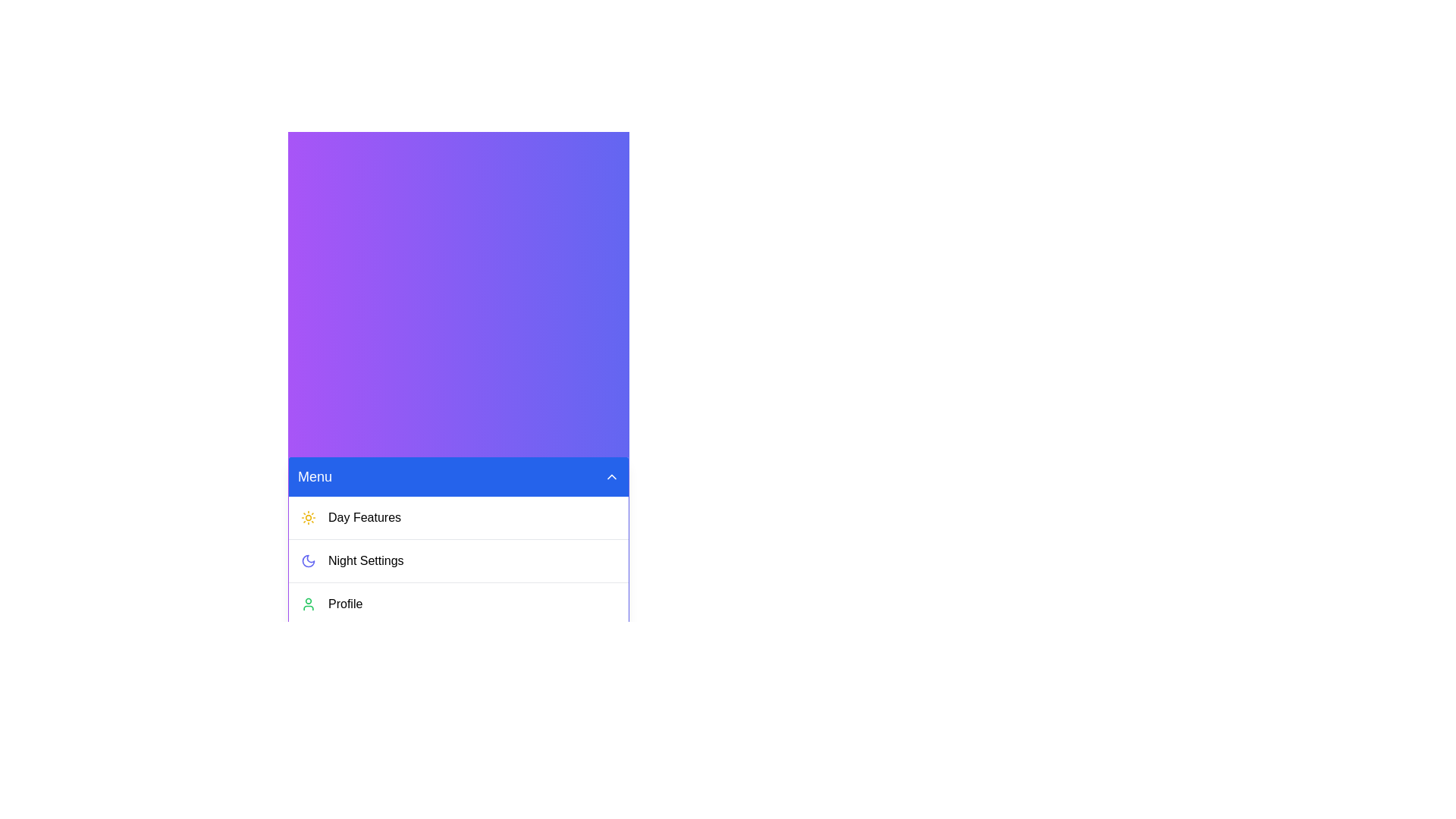  Describe the element at coordinates (457, 475) in the screenshot. I see `the menu header to toggle its visibility` at that location.